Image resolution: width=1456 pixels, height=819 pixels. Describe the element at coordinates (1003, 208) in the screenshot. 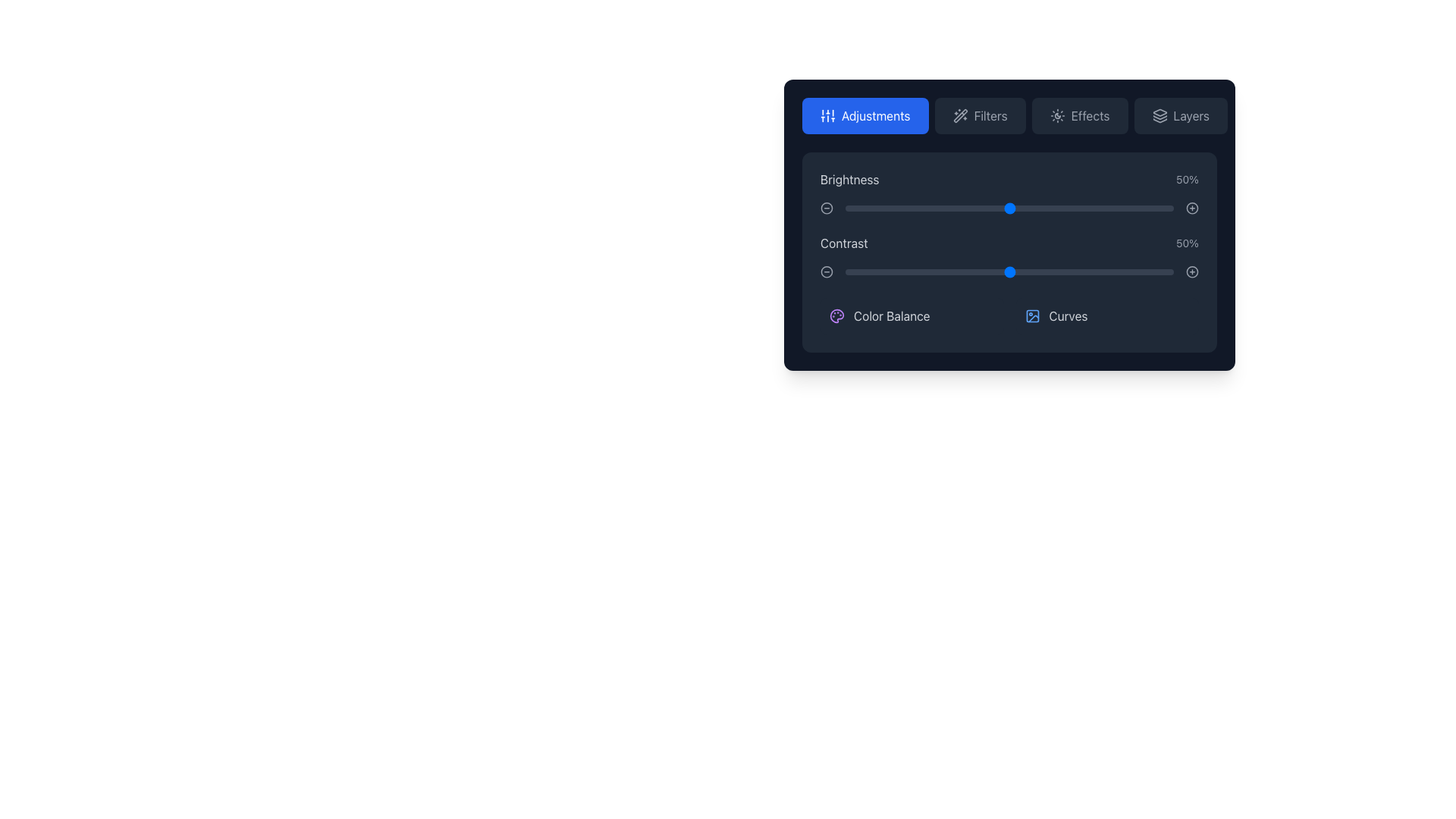

I see `the brightness value` at that location.